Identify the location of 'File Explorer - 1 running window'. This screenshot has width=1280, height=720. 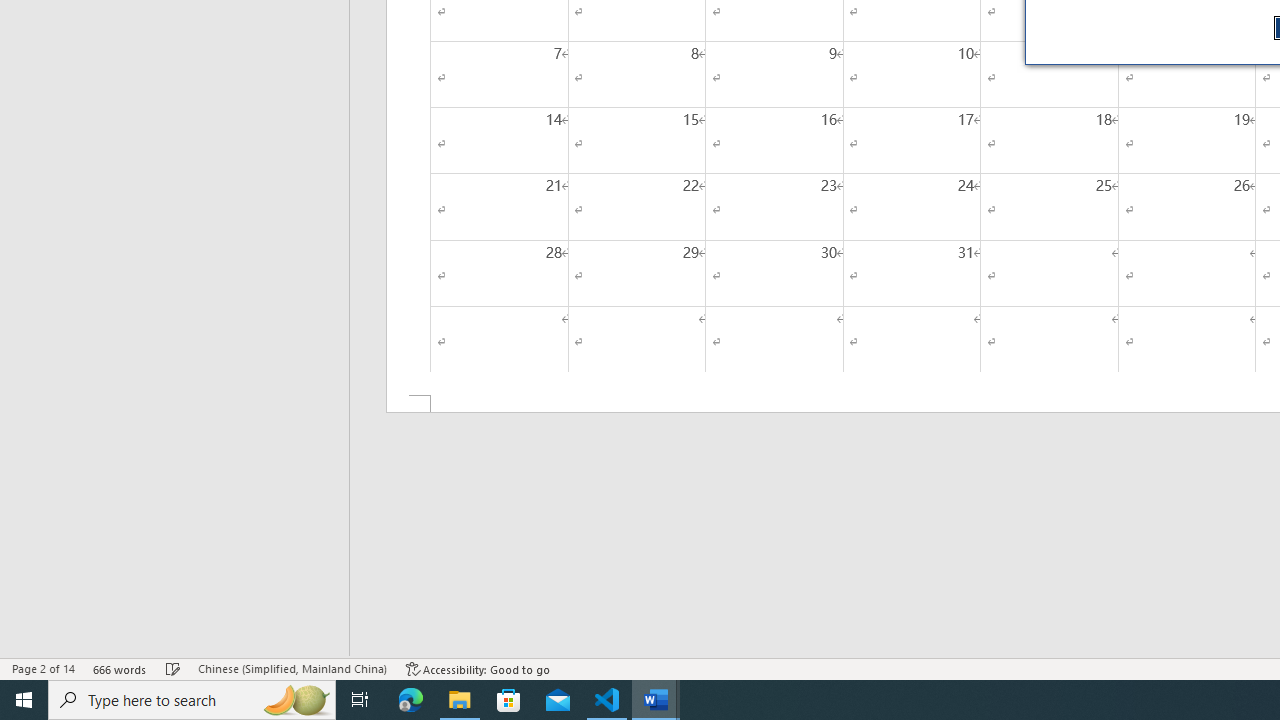
(459, 698).